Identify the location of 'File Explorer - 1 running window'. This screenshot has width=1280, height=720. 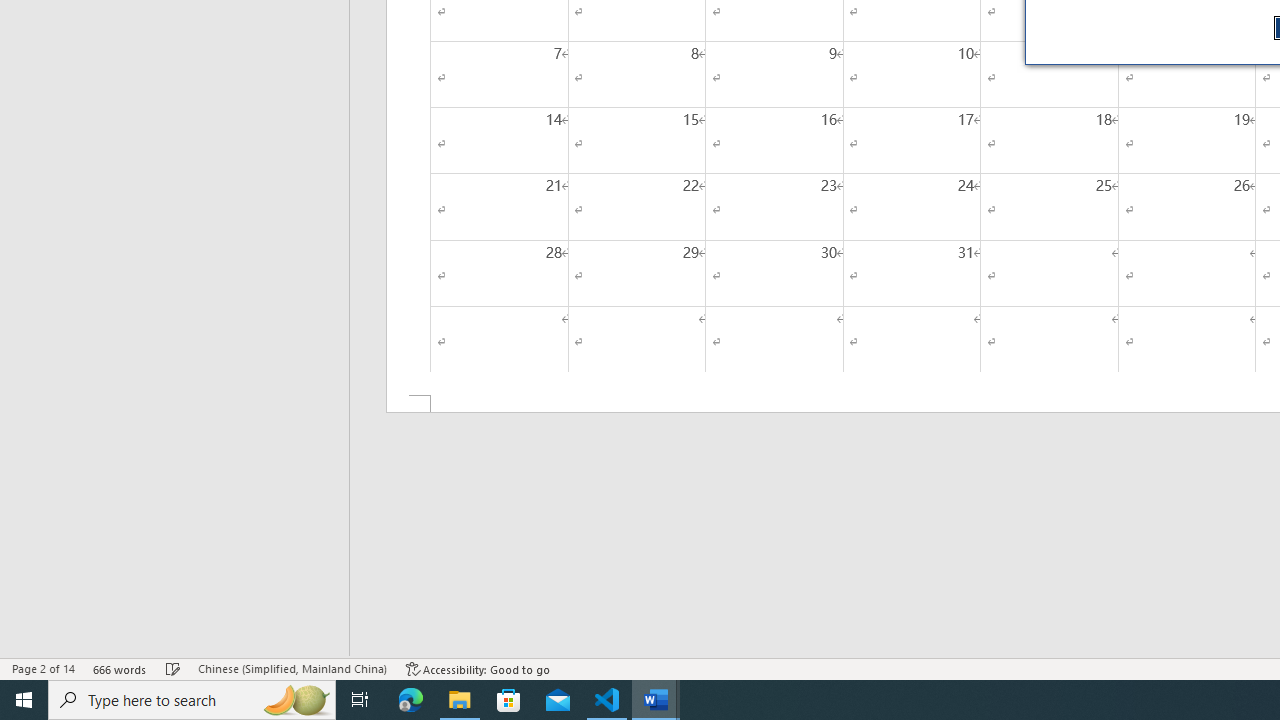
(459, 698).